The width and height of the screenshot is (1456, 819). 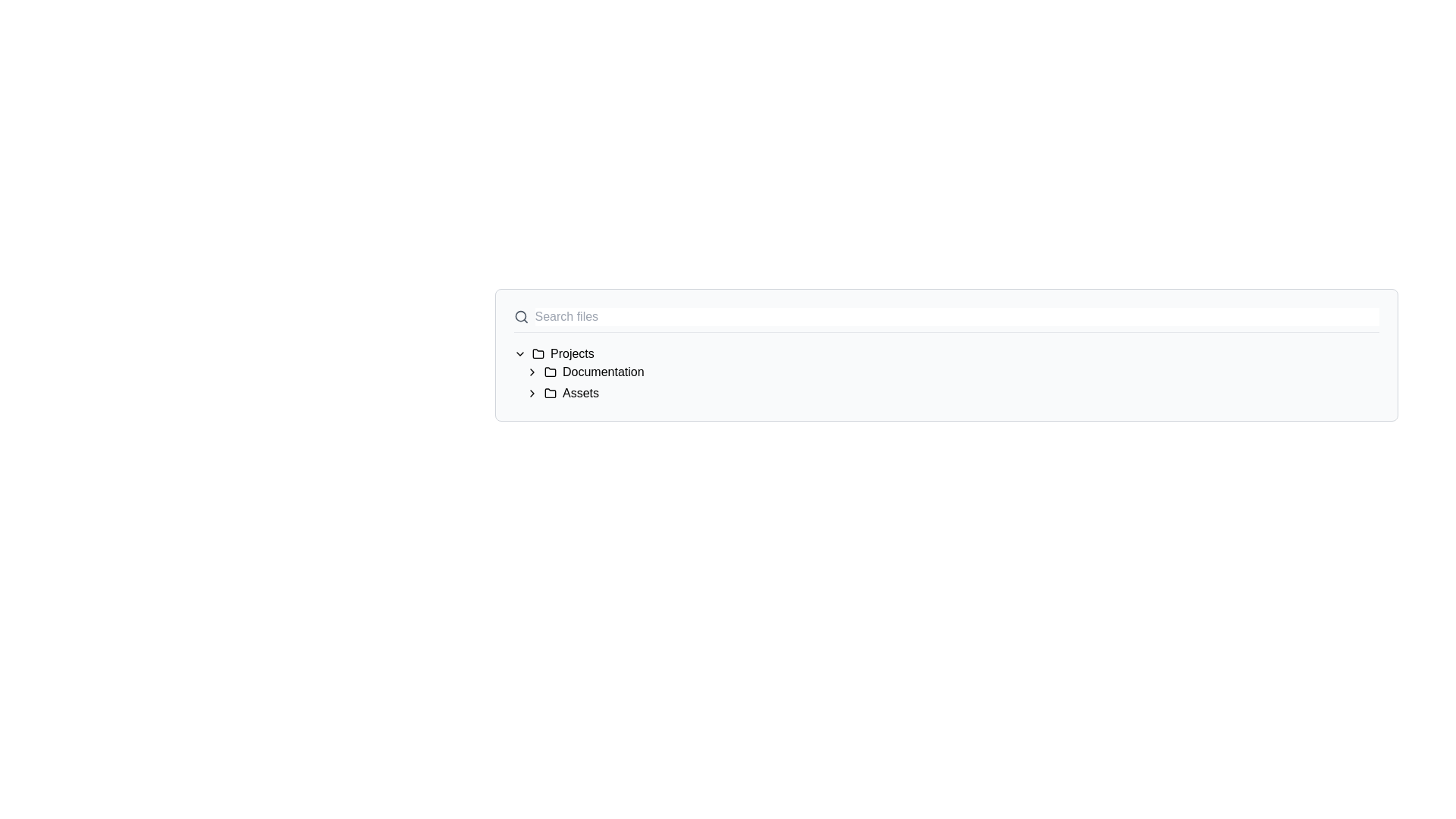 What do you see at coordinates (532, 372) in the screenshot?
I see `the Chevron icon located to the left of the 'Documentation' label` at bounding box center [532, 372].